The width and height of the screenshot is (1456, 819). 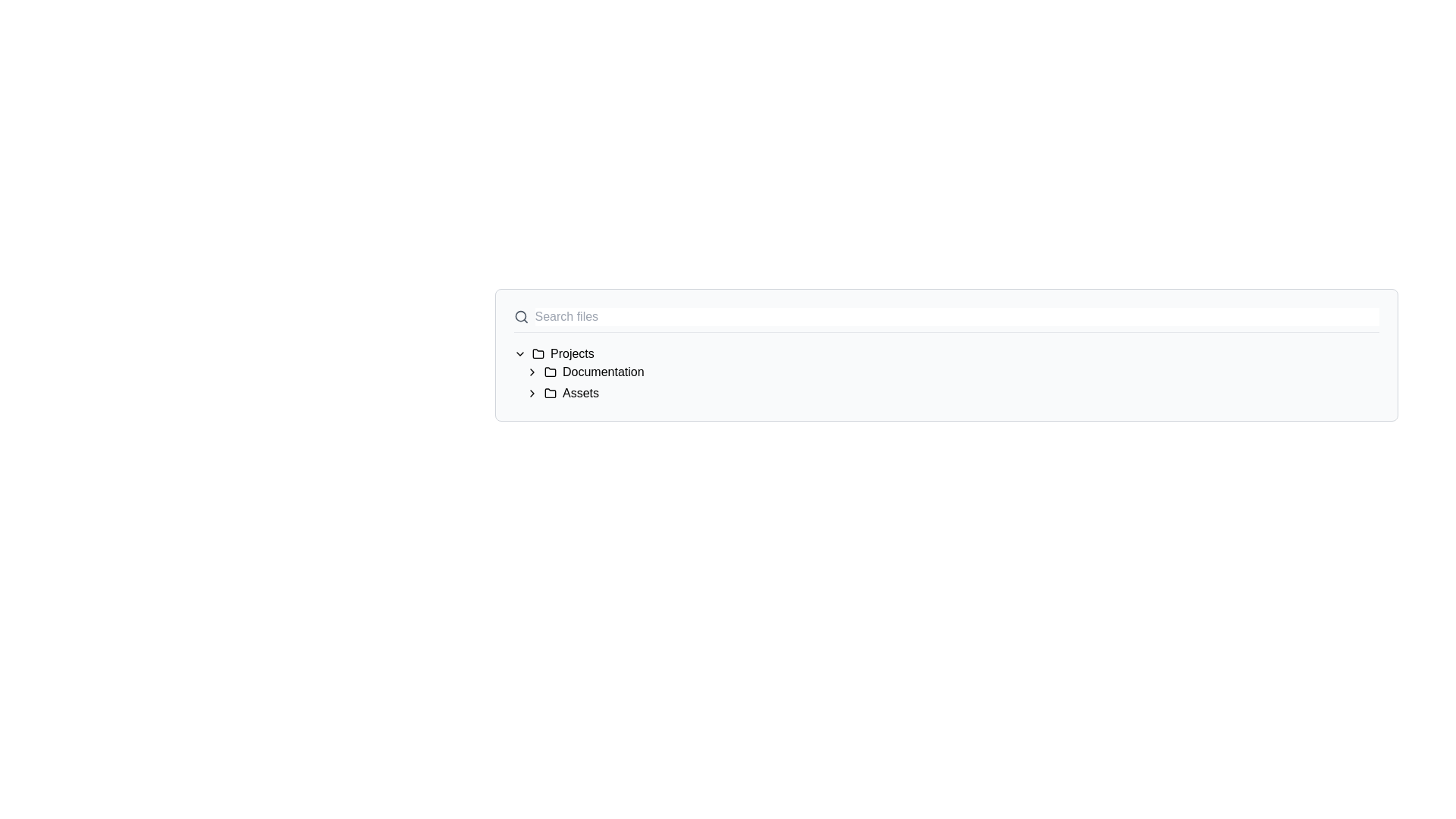 What do you see at coordinates (532, 372) in the screenshot?
I see `the Chevron icon located to the left of the 'Documentation' label` at bounding box center [532, 372].